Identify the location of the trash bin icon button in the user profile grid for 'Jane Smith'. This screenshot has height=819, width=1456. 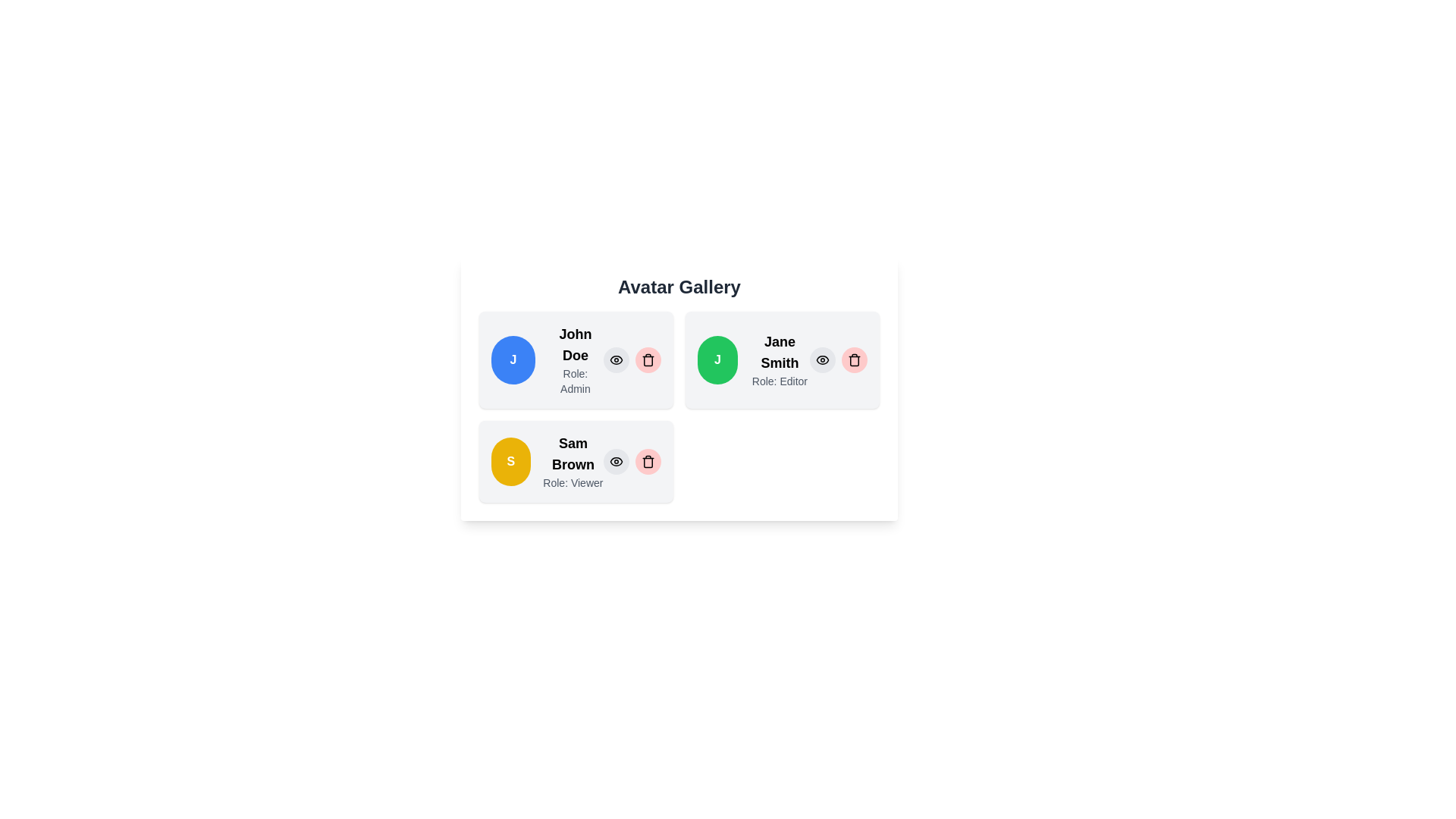
(855, 359).